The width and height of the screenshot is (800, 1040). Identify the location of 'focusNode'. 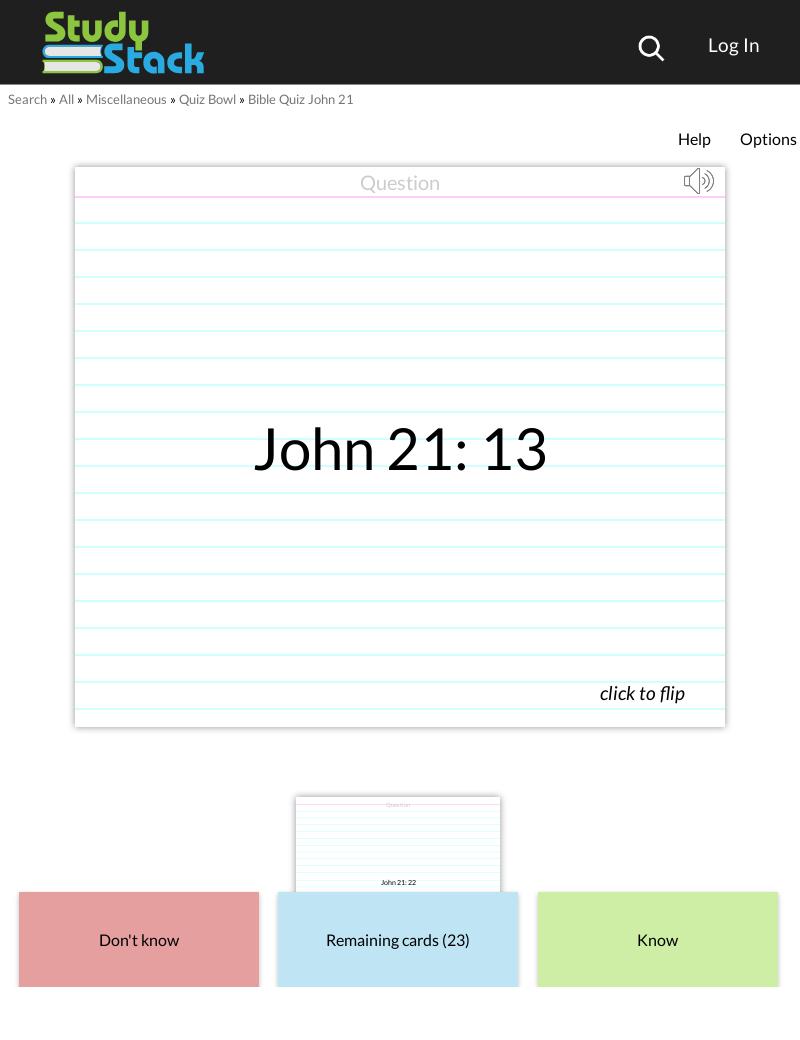
(362, 714).